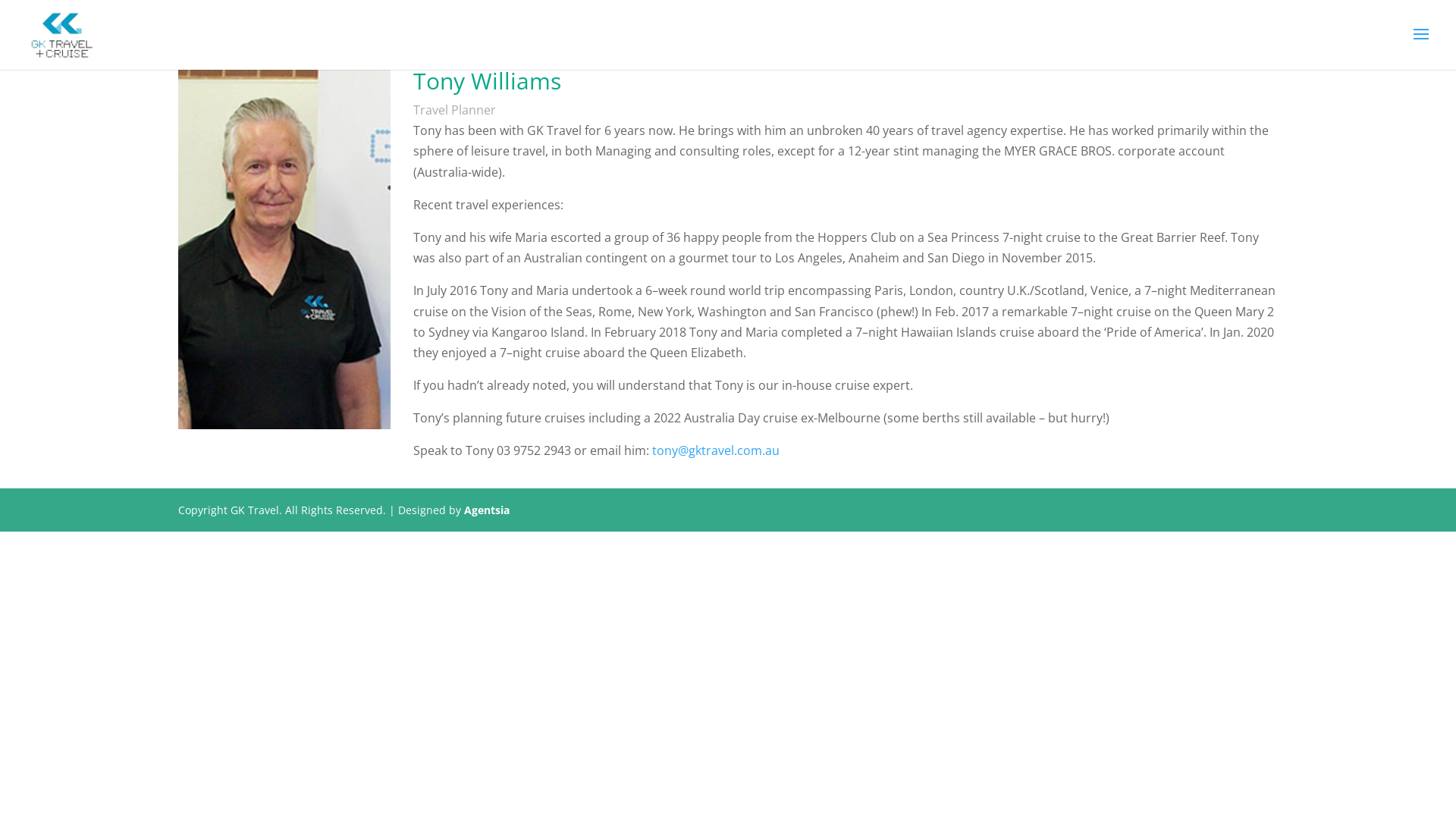 This screenshot has height=819, width=1456. I want to click on 'tony@gktravel.com.au', so click(651, 450).